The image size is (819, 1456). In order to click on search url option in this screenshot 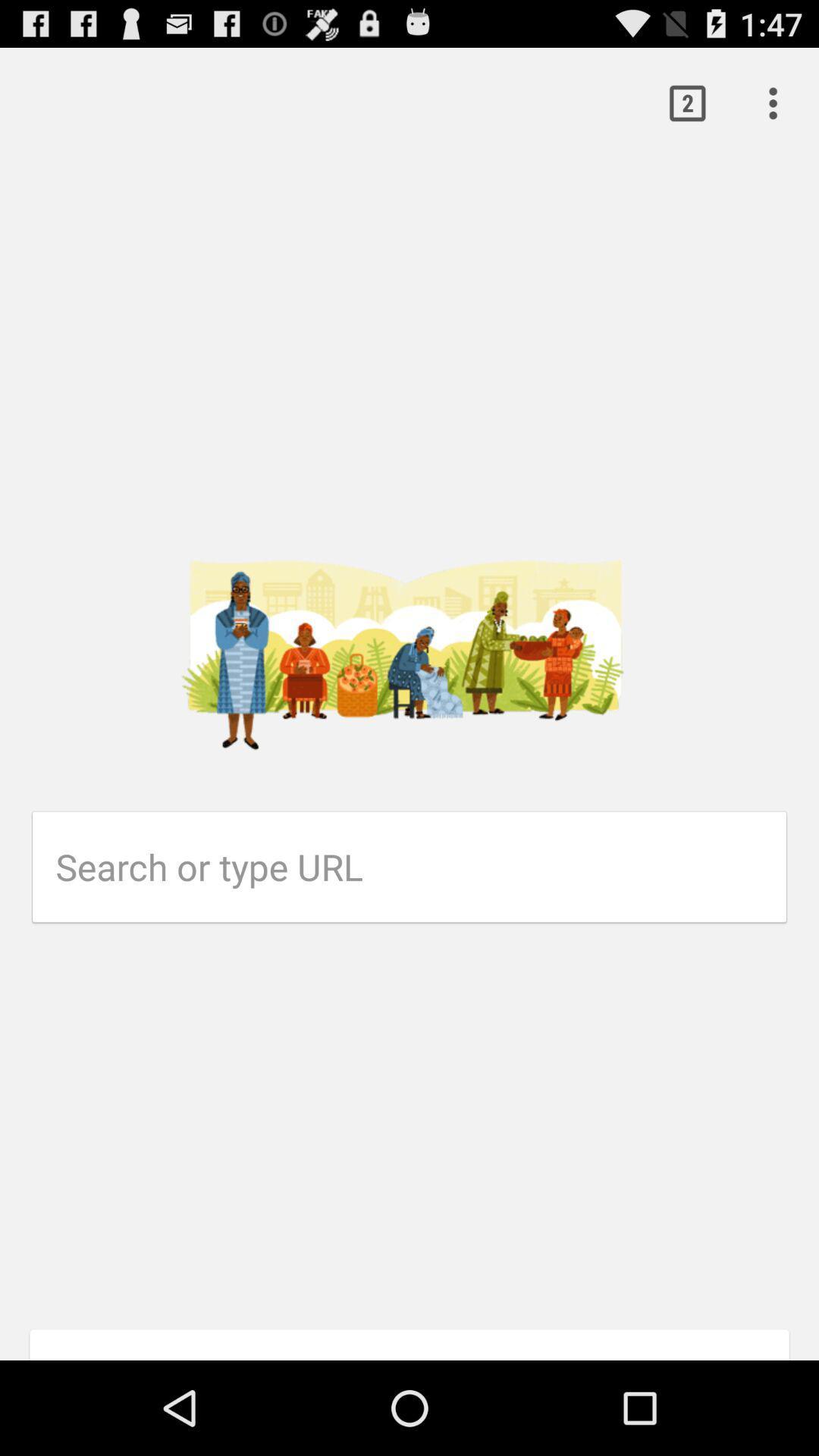, I will do `click(421, 867)`.